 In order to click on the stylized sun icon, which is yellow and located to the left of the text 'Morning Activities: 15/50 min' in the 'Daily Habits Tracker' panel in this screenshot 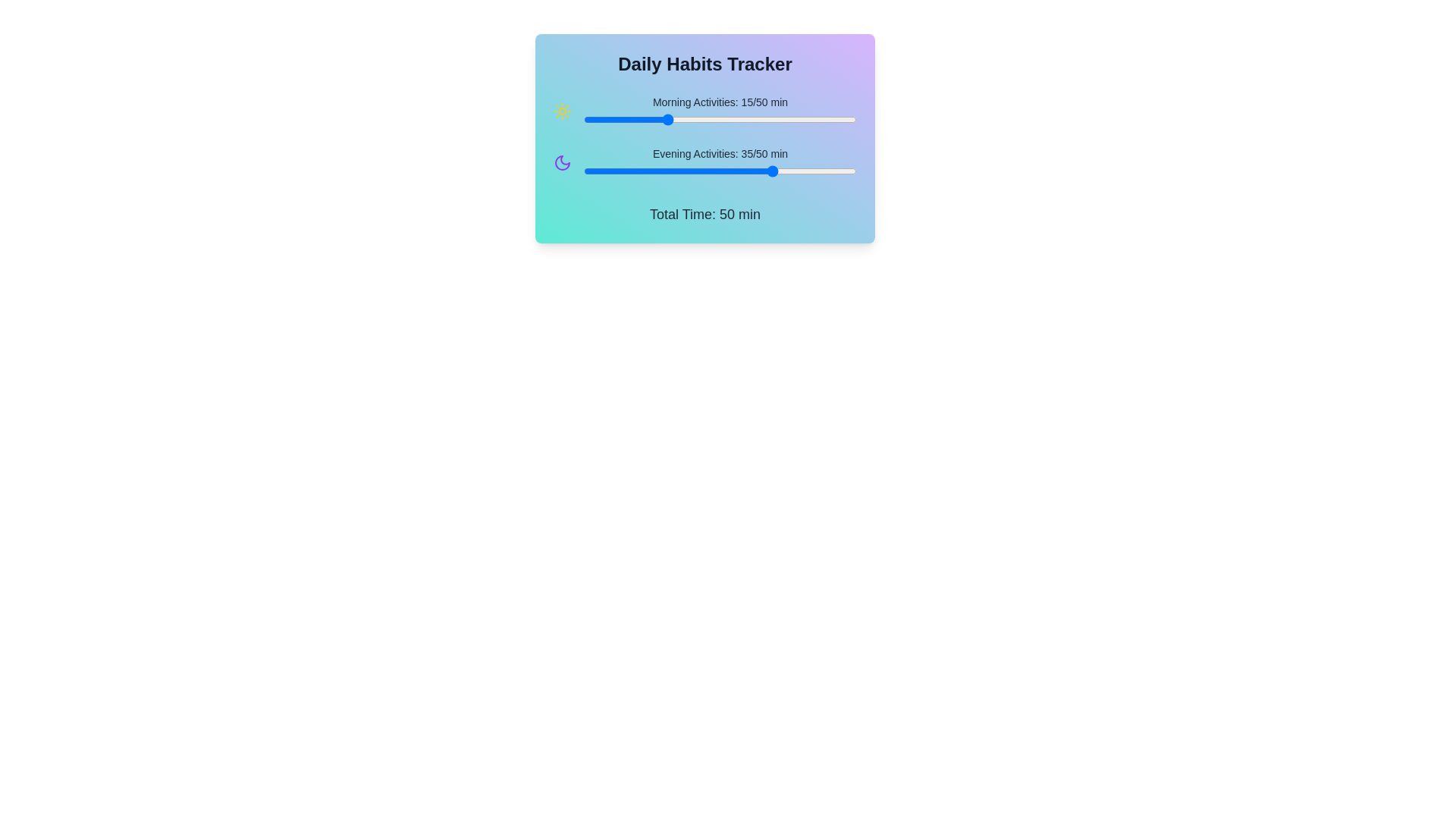, I will do `click(562, 110)`.